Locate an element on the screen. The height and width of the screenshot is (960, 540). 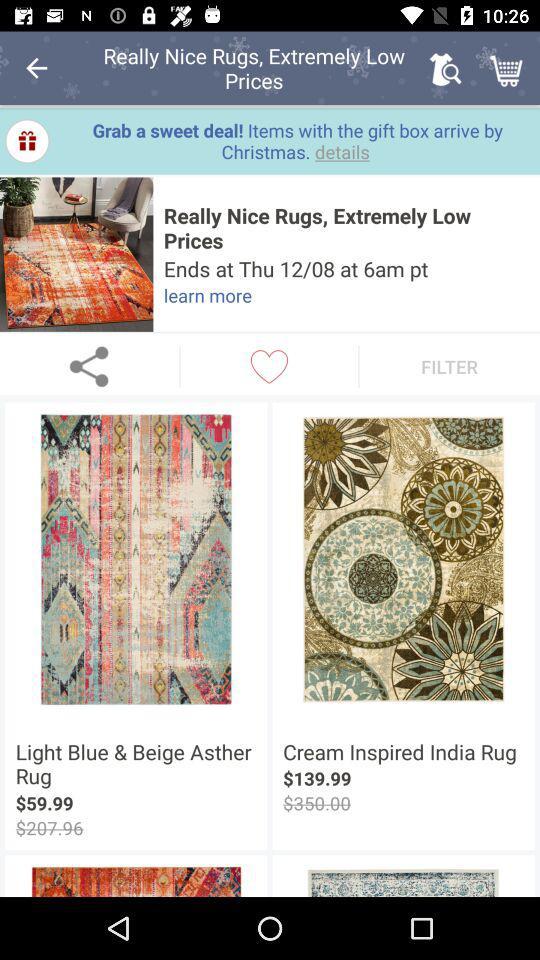
item above grab a sweet is located at coordinates (445, 68).